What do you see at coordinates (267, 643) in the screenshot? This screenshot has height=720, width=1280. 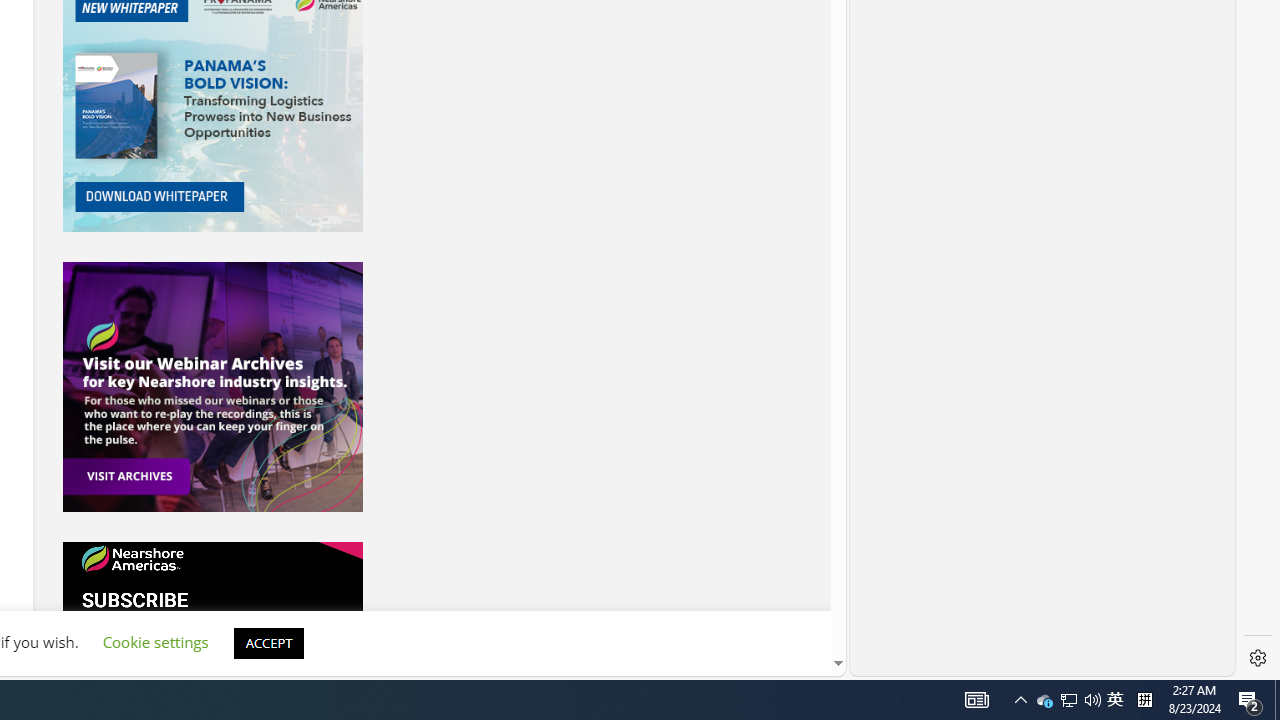 I see `'ACCEPT'` at bounding box center [267, 643].